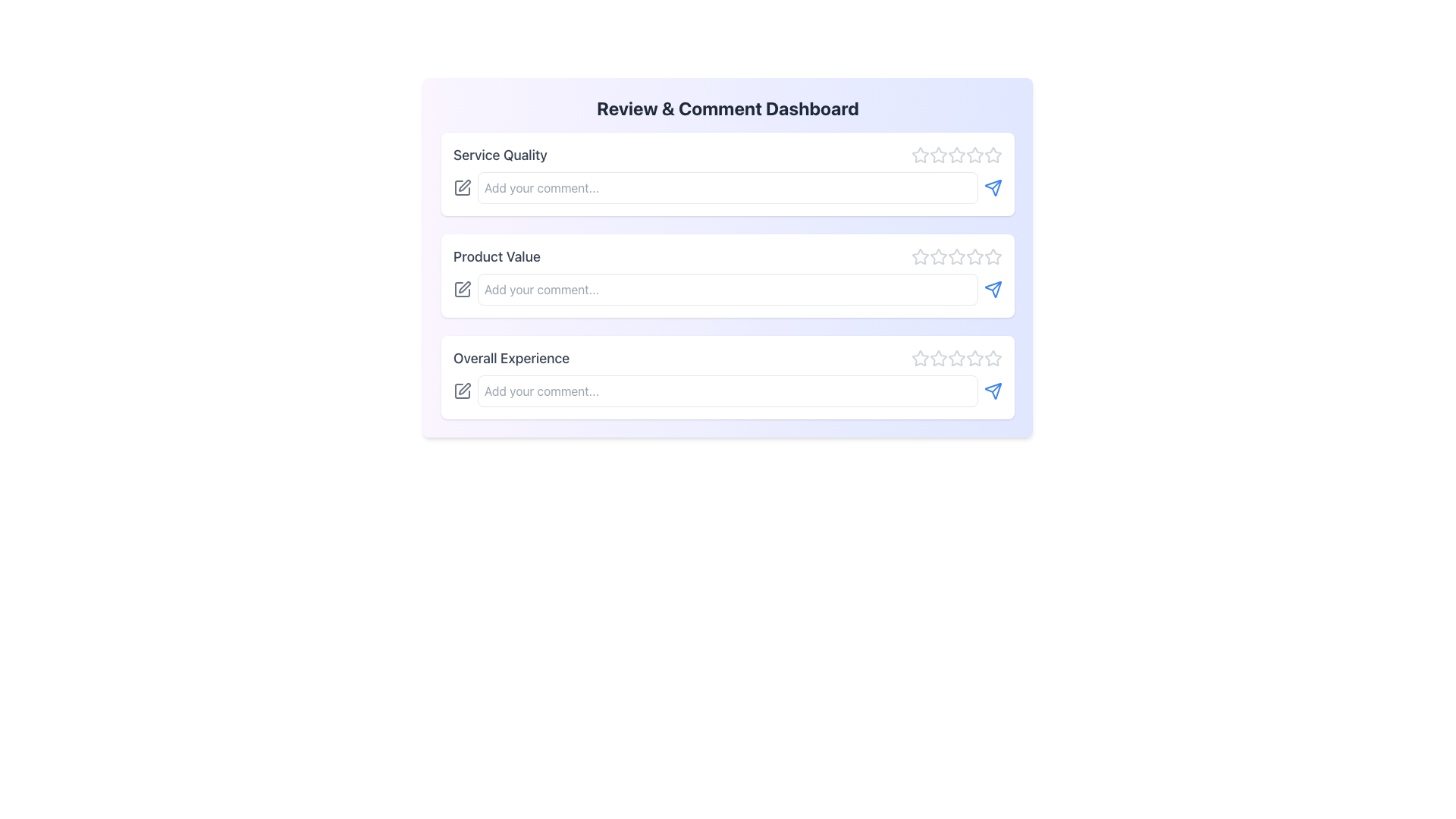  What do you see at coordinates (975, 359) in the screenshot?
I see `the fifth star in the rating system` at bounding box center [975, 359].